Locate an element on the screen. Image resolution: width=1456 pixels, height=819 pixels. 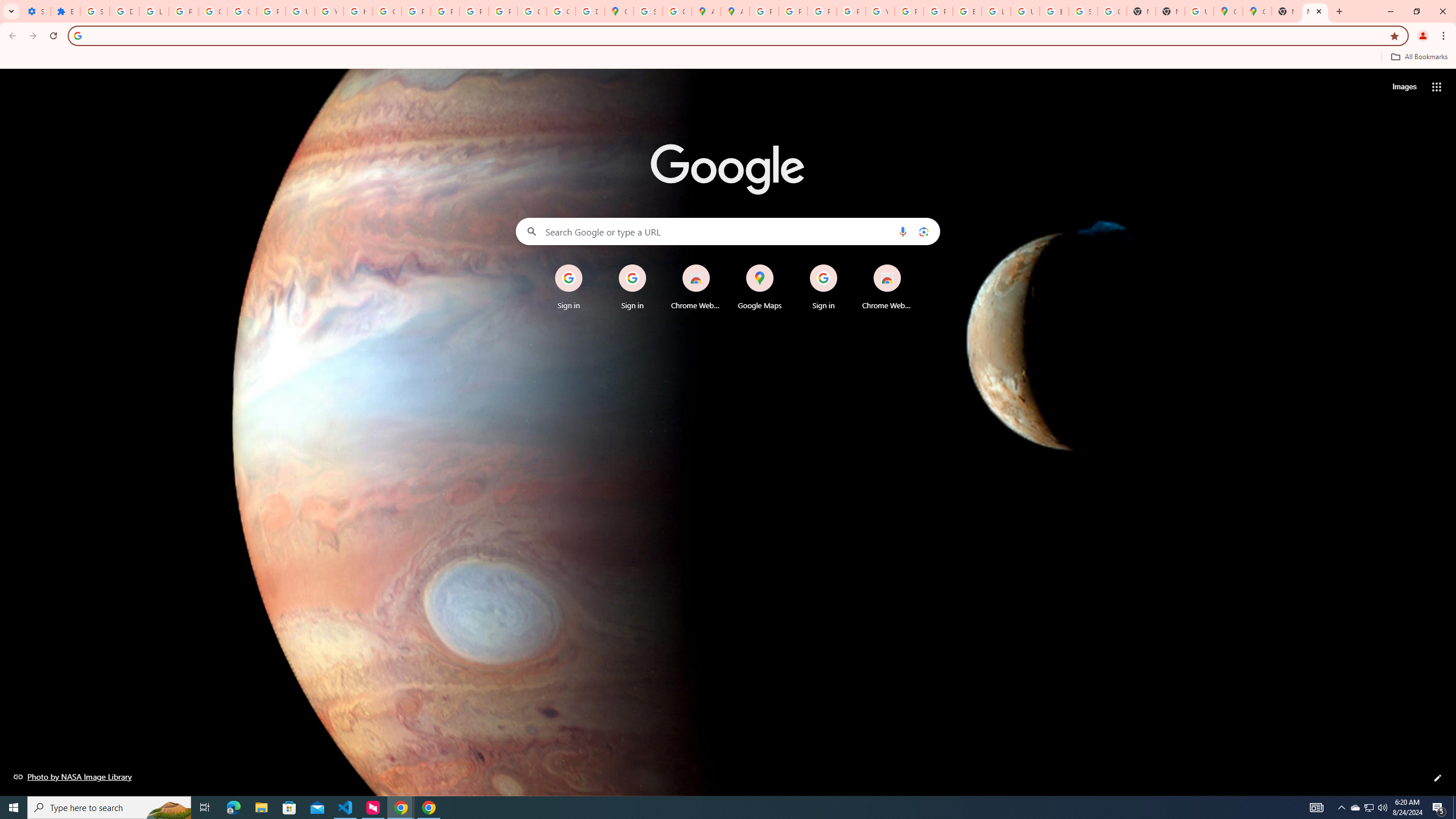
'Google Account Help' is located at coordinates (242, 11).